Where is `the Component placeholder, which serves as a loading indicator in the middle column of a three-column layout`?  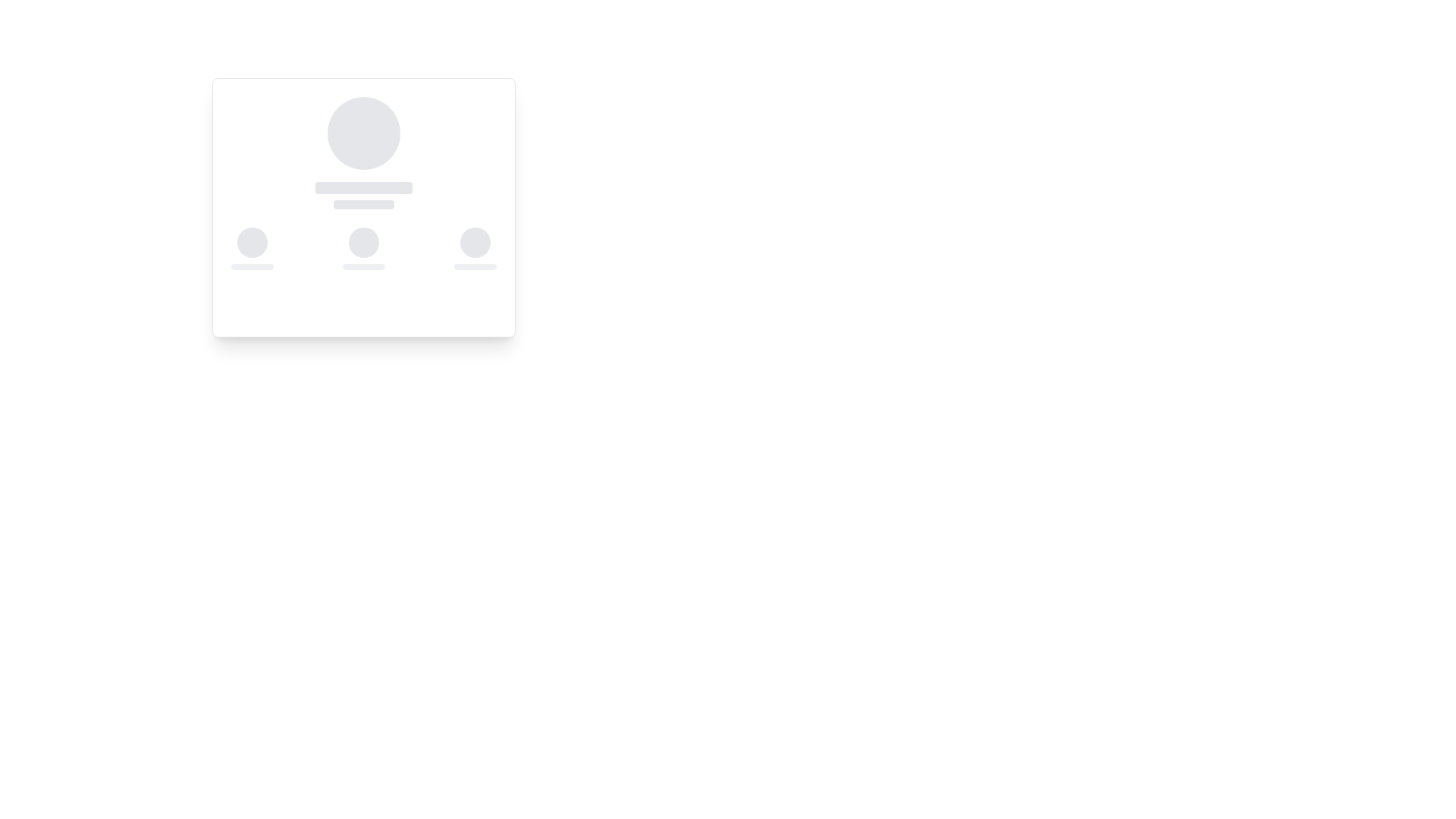
the Component placeholder, which serves as a loading indicator in the middle column of a three-column layout is located at coordinates (364, 247).